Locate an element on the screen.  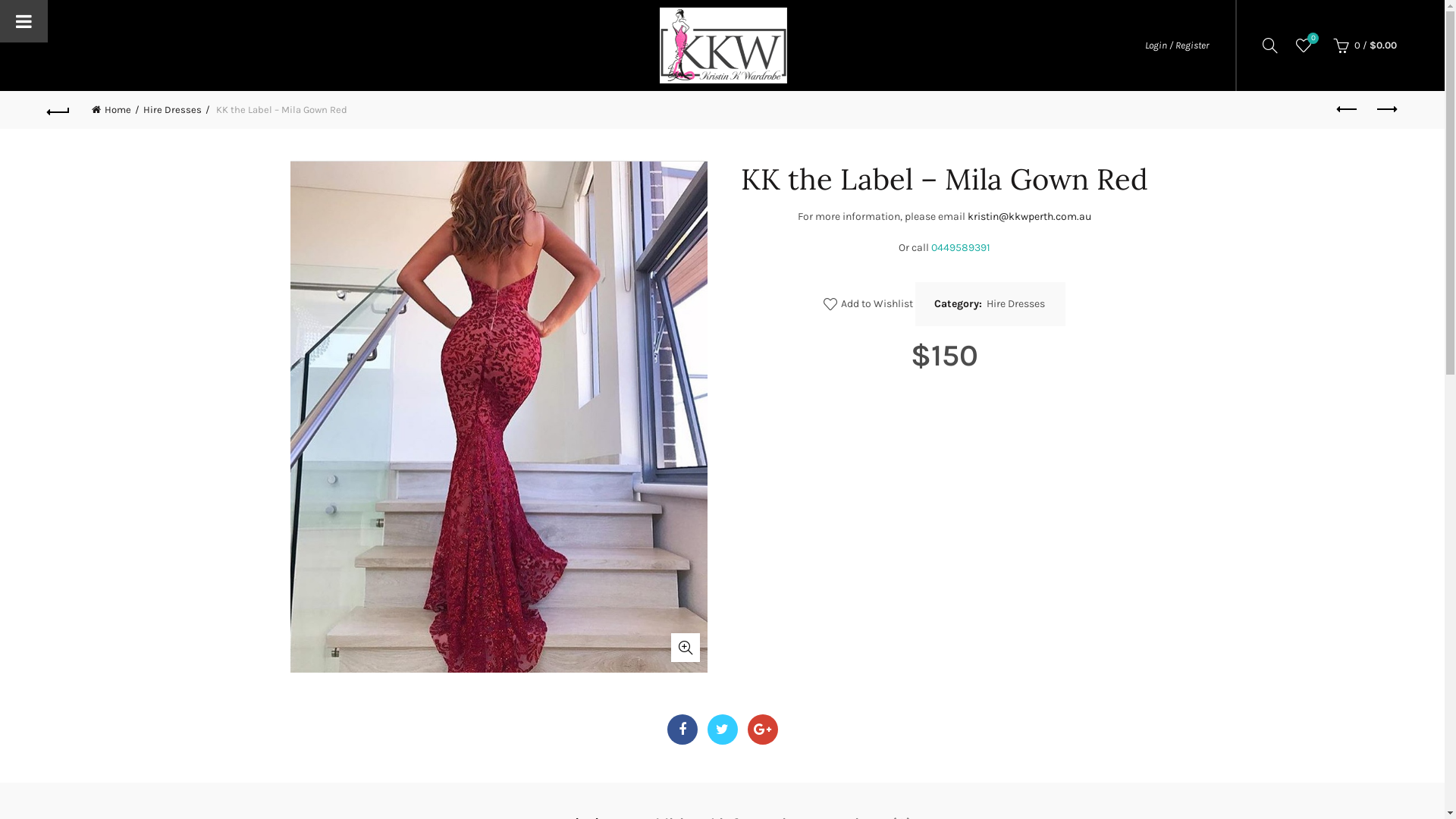
'Previous product' is located at coordinates (1347, 109).